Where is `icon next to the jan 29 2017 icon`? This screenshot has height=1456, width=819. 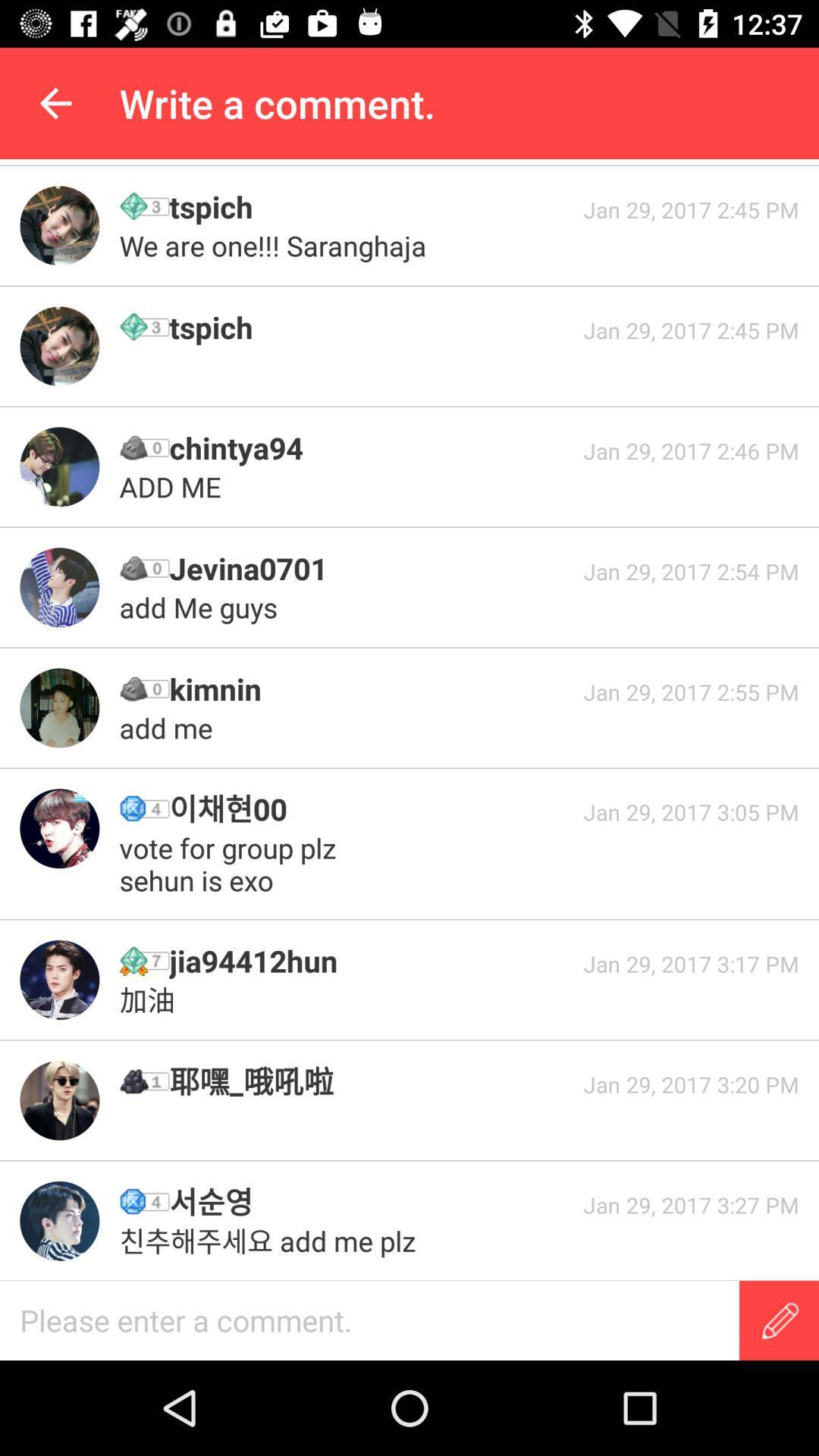
icon next to the jan 29 2017 icon is located at coordinates (371, 567).